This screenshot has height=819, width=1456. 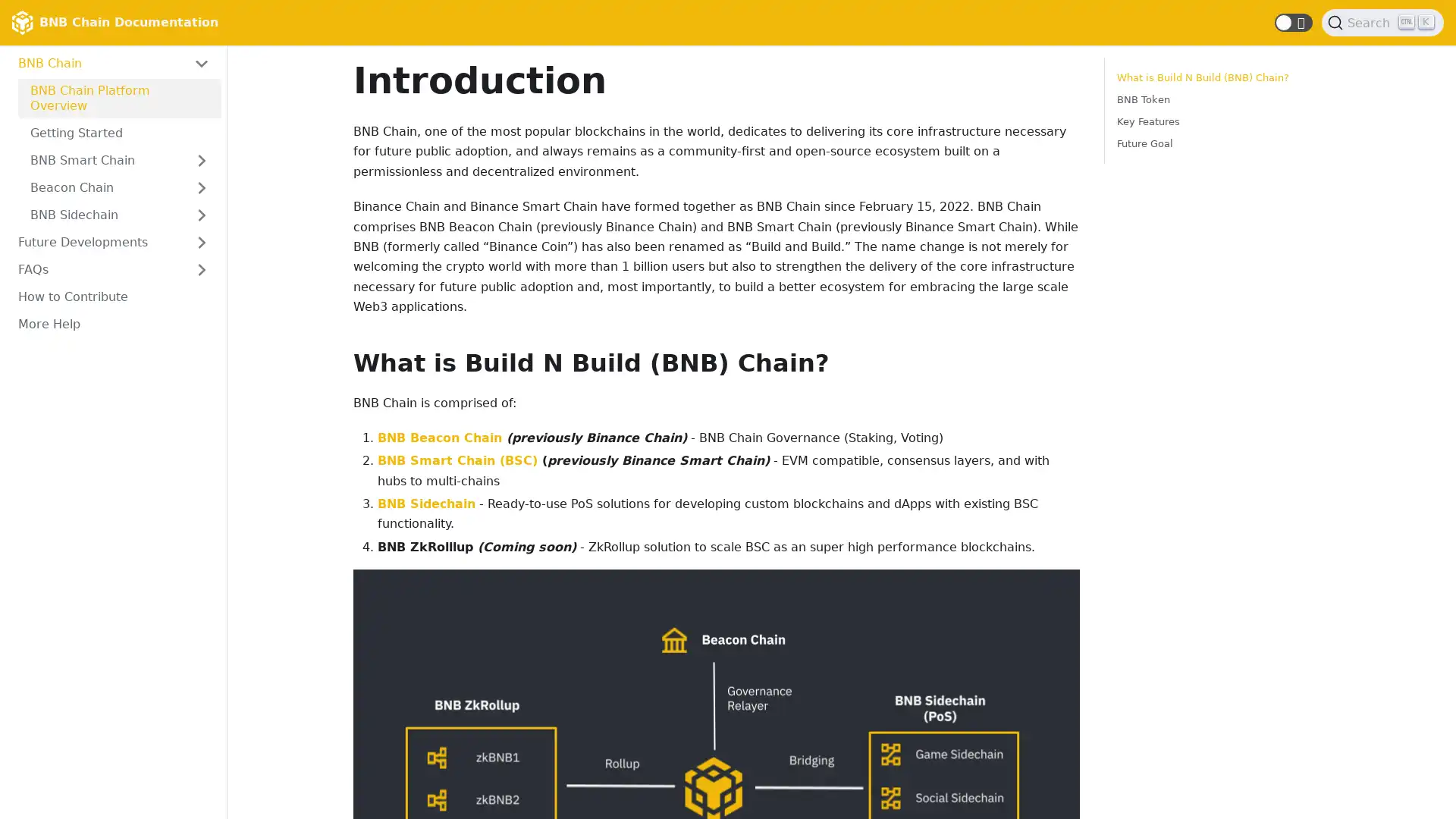 What do you see at coordinates (1382, 23) in the screenshot?
I see `Search` at bounding box center [1382, 23].